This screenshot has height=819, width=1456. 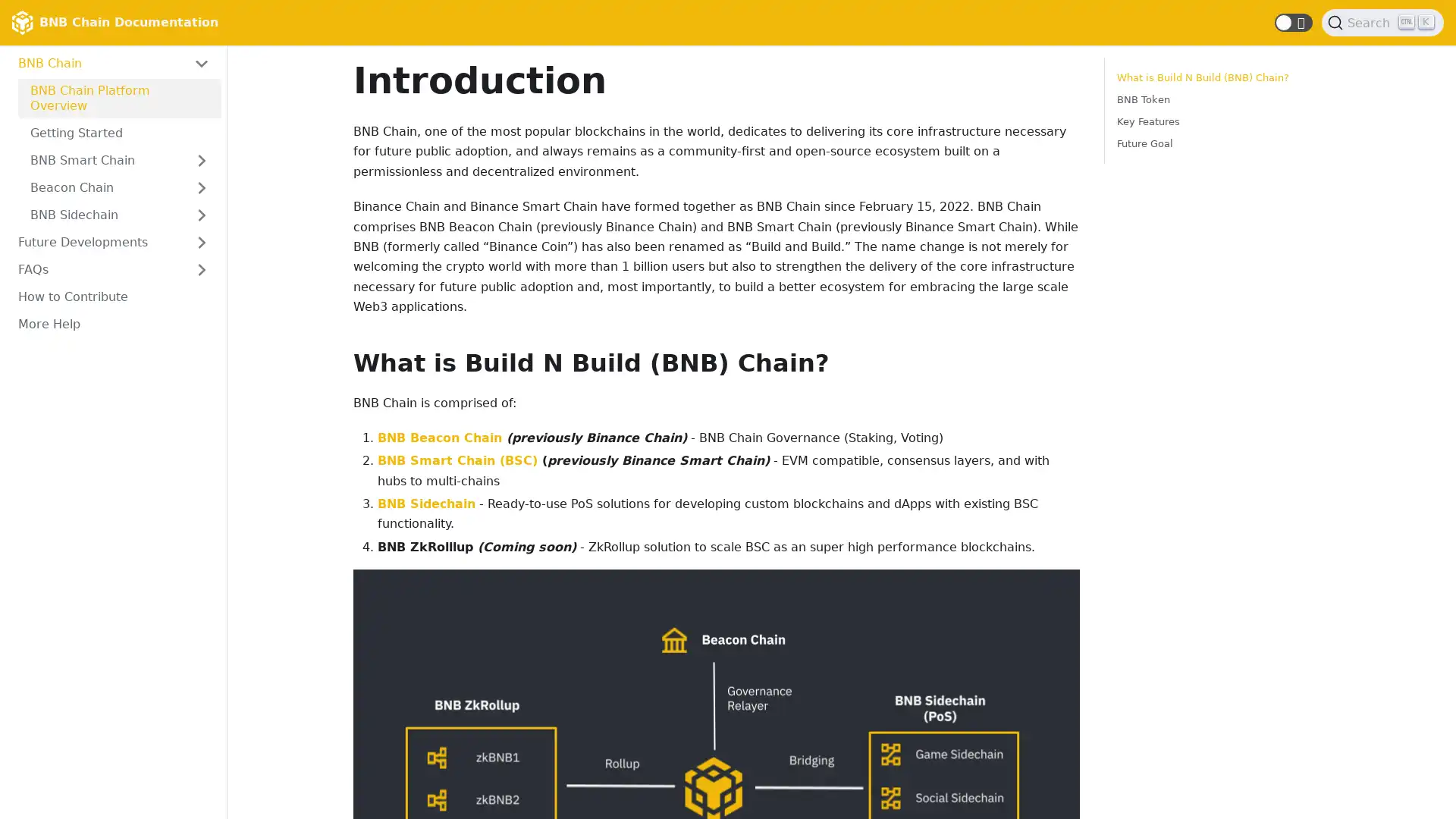 What do you see at coordinates (1382, 23) in the screenshot?
I see `Search` at bounding box center [1382, 23].